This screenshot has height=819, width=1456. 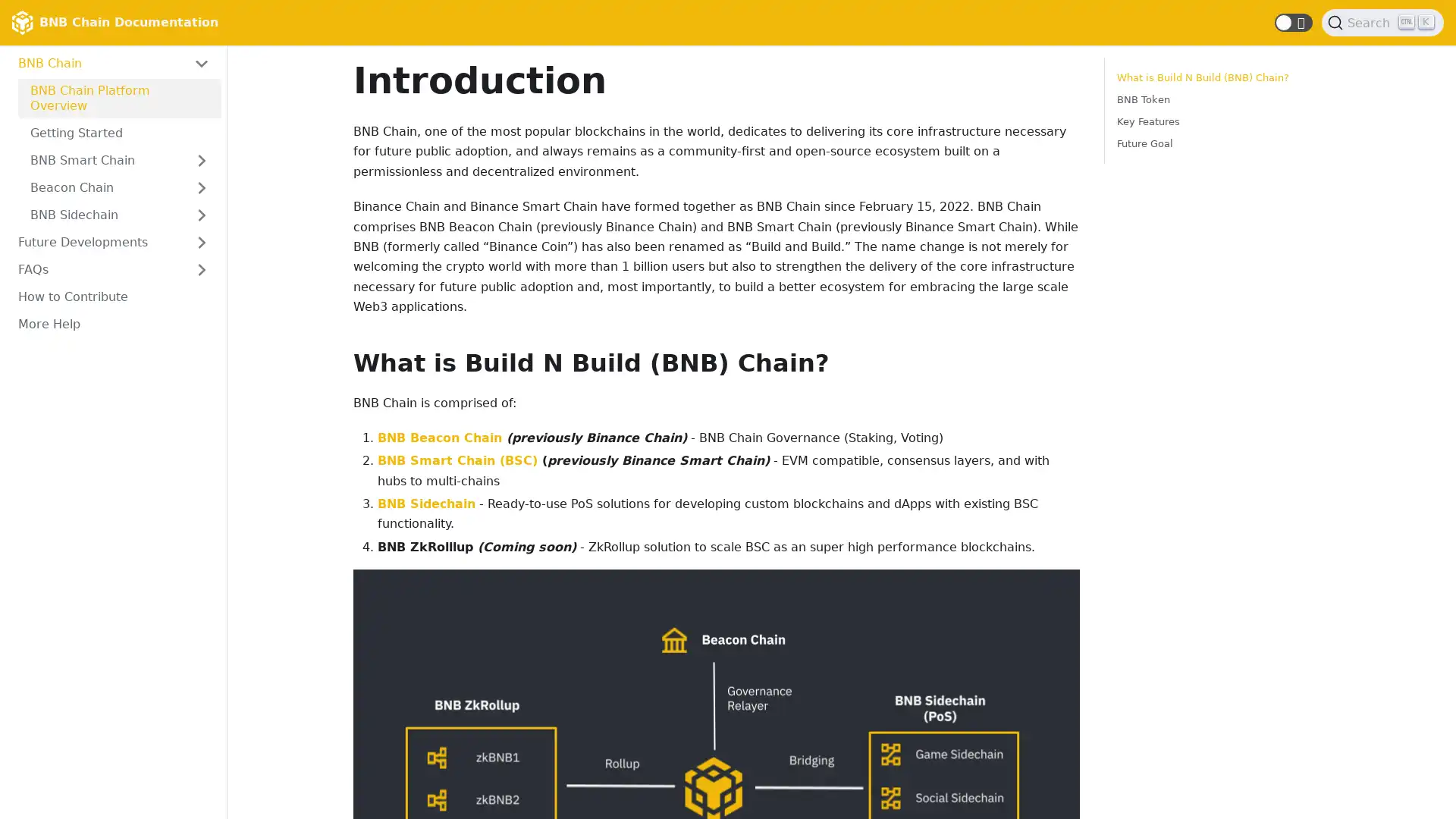 What do you see at coordinates (1382, 23) in the screenshot?
I see `Search` at bounding box center [1382, 23].